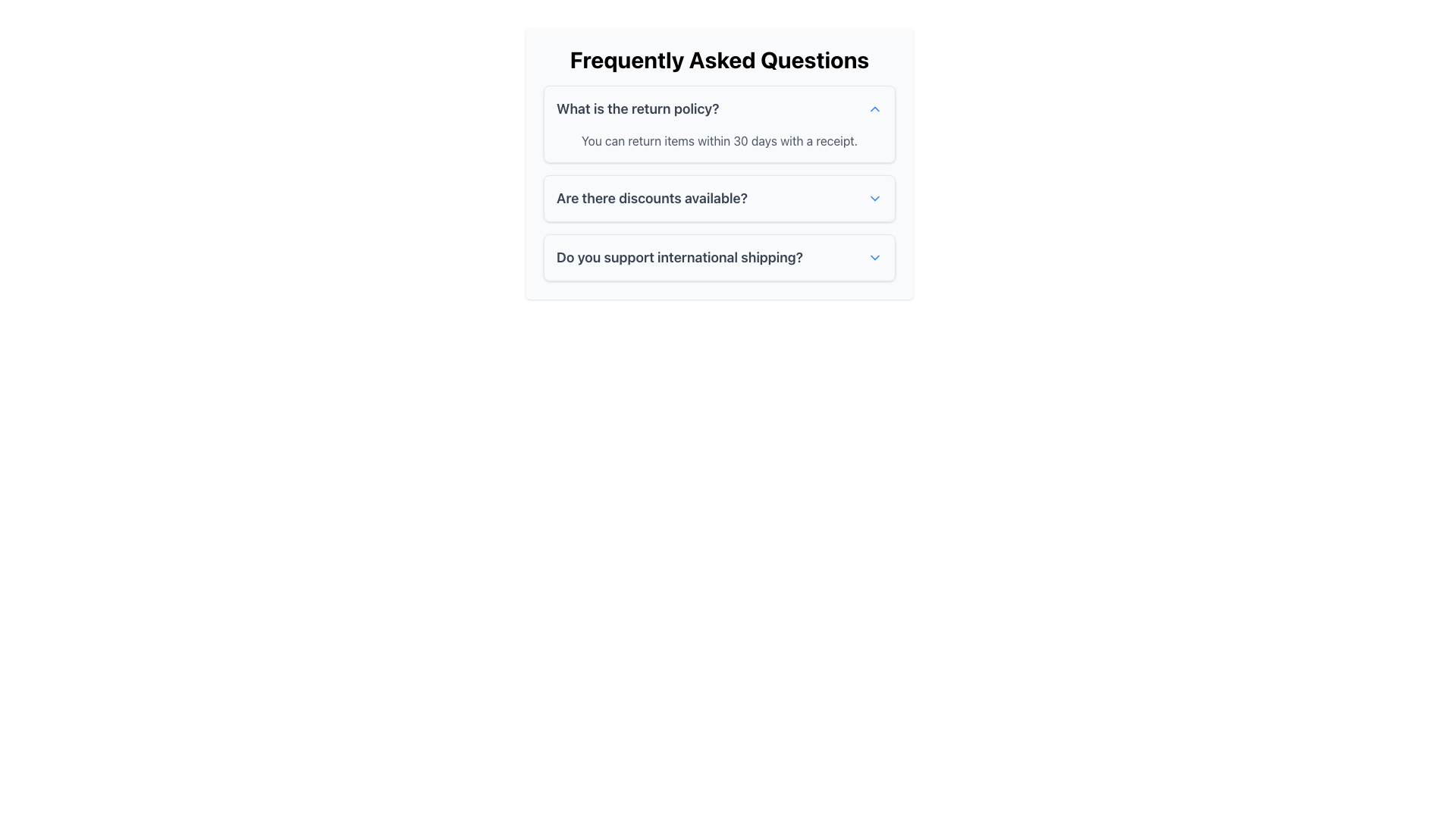  Describe the element at coordinates (719, 256) in the screenshot. I see `the third Collapsible Question Header in the Frequently Asked Questions section` at that location.